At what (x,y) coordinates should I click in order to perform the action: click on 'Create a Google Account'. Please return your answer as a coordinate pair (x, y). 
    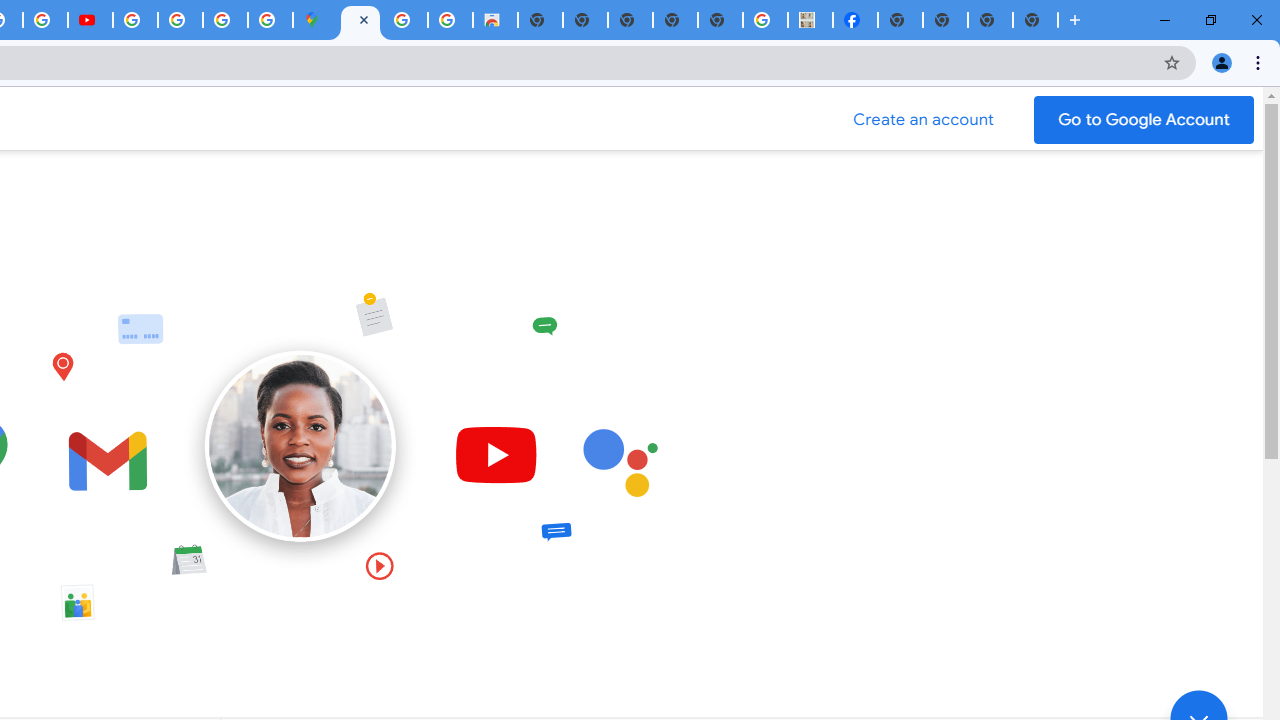
    Looking at the image, I should click on (923, 119).